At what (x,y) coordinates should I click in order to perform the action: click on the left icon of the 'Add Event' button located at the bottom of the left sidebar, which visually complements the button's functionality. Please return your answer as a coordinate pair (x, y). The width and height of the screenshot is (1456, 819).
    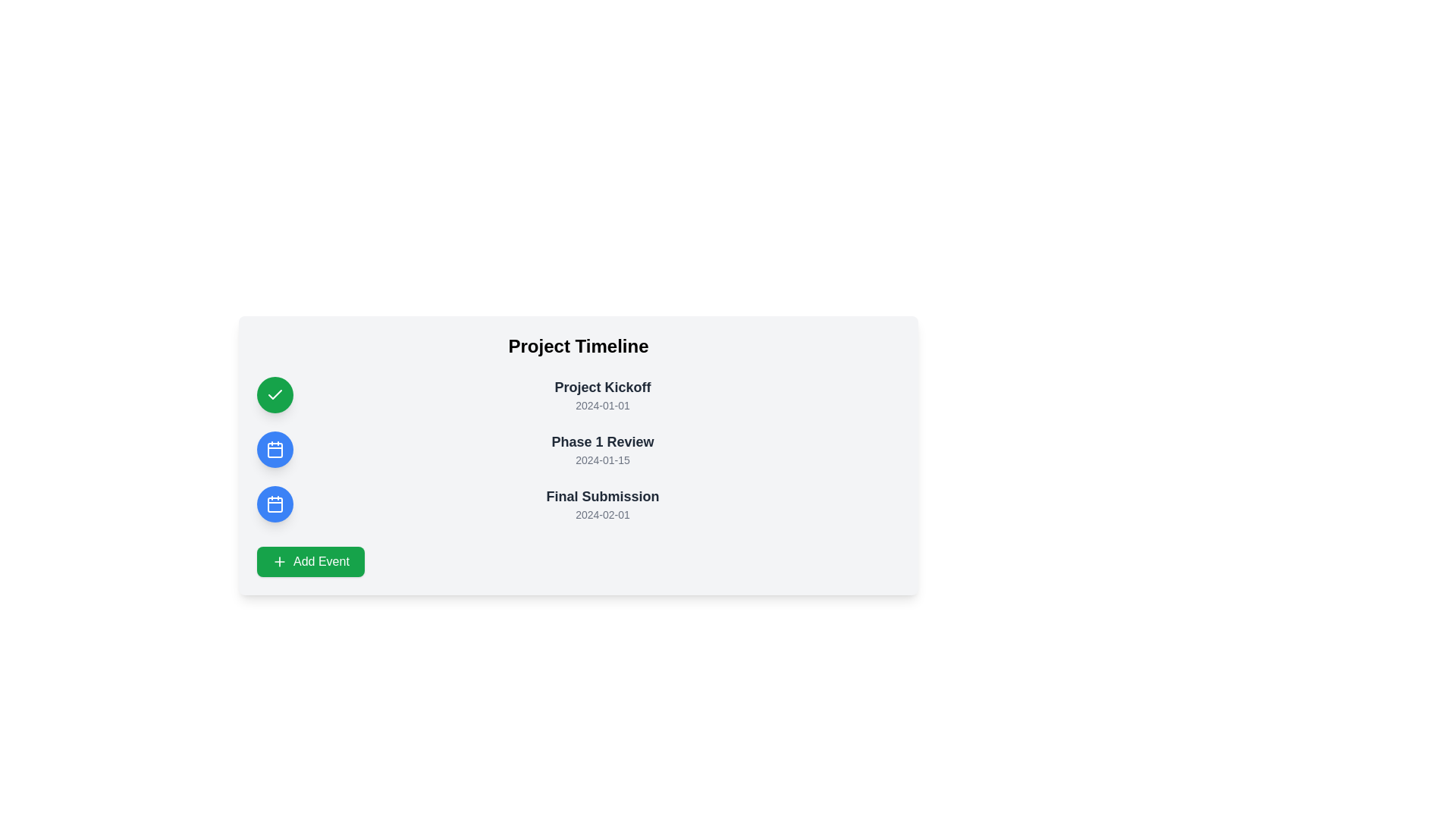
    Looking at the image, I should click on (280, 561).